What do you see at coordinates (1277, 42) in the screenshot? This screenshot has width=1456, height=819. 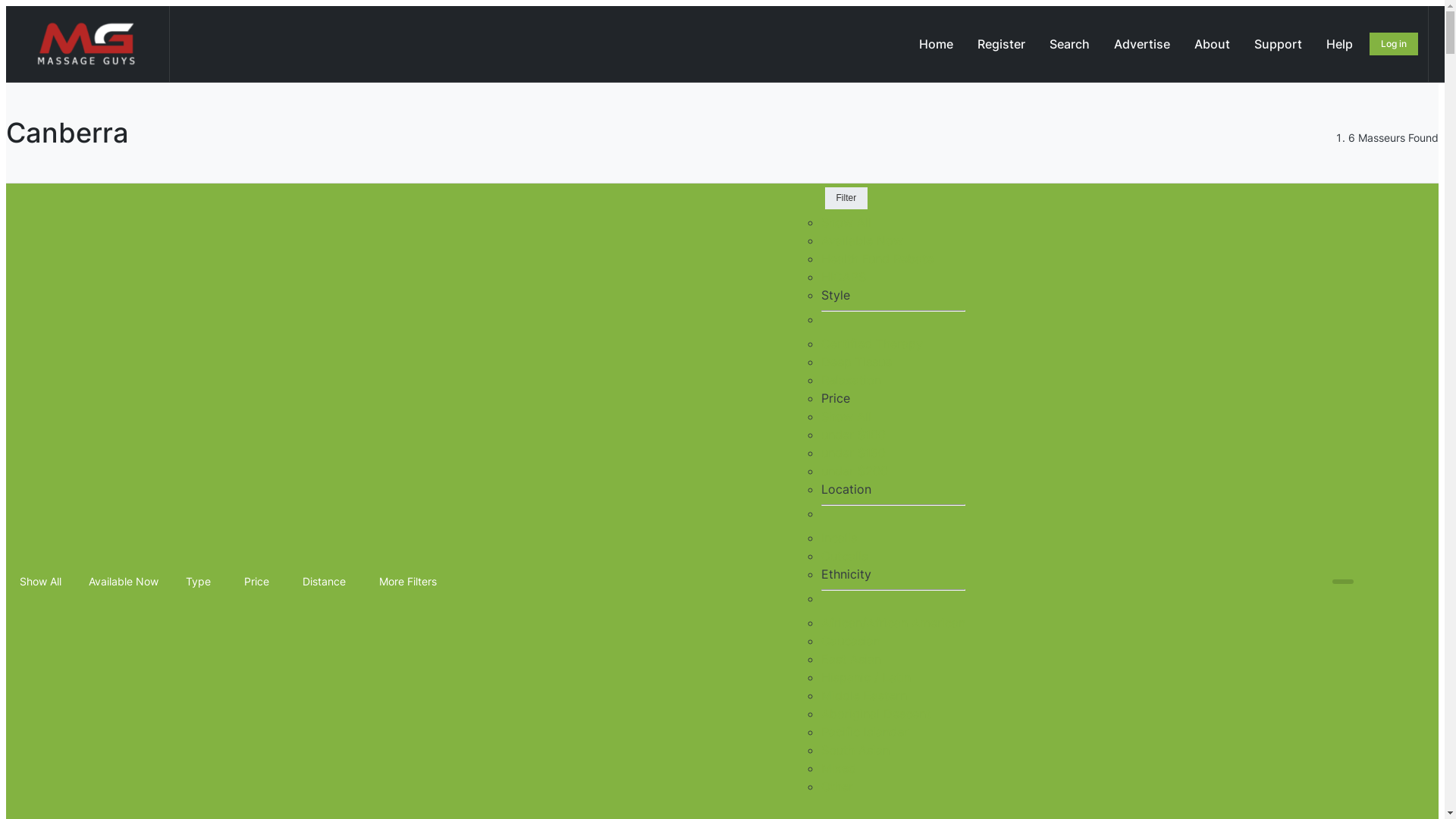 I see `'Support'` at bounding box center [1277, 42].